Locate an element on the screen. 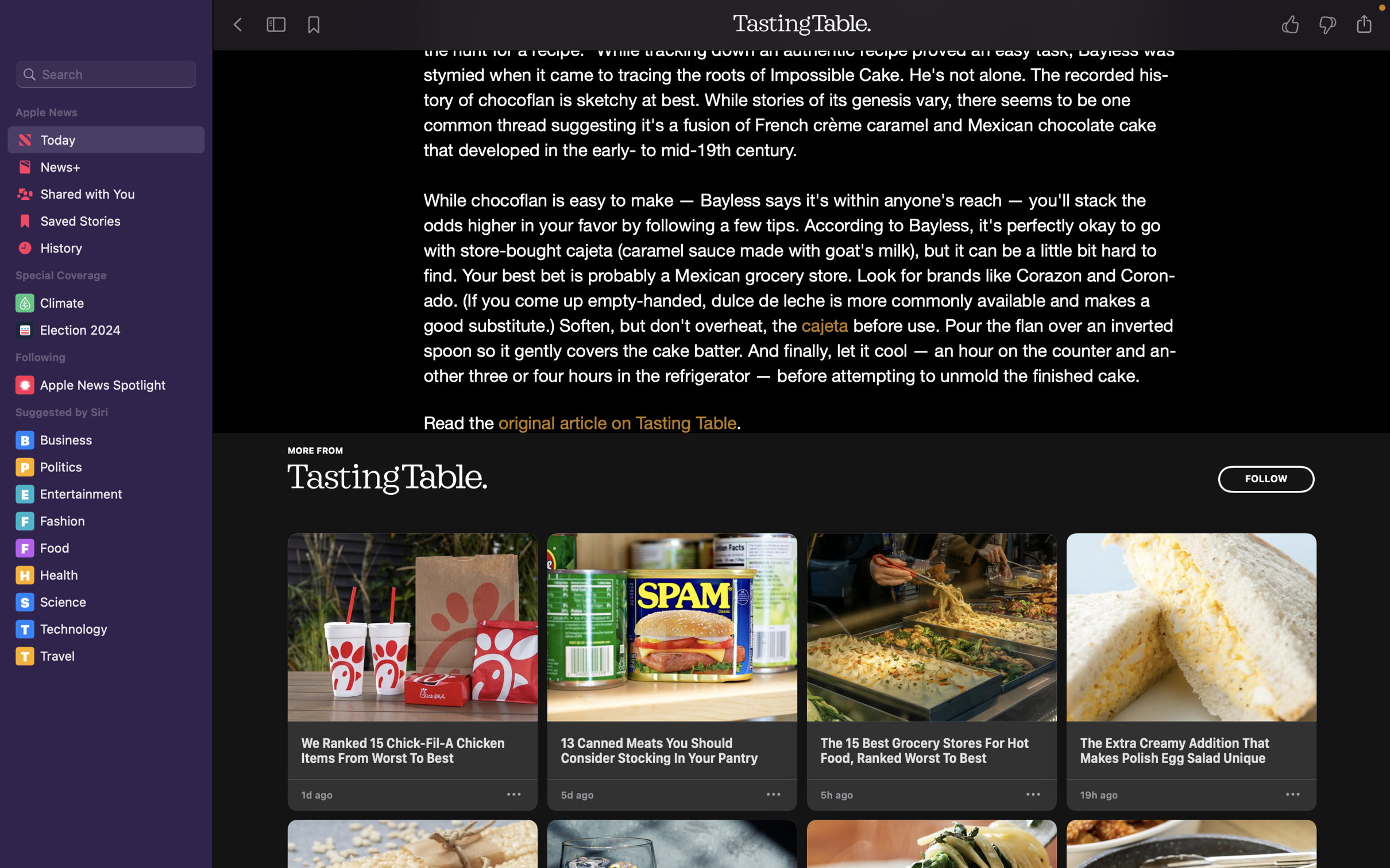 The height and width of the screenshot is (868, 1390). the selections for the second news in Tasting Table is located at coordinates (774, 795).